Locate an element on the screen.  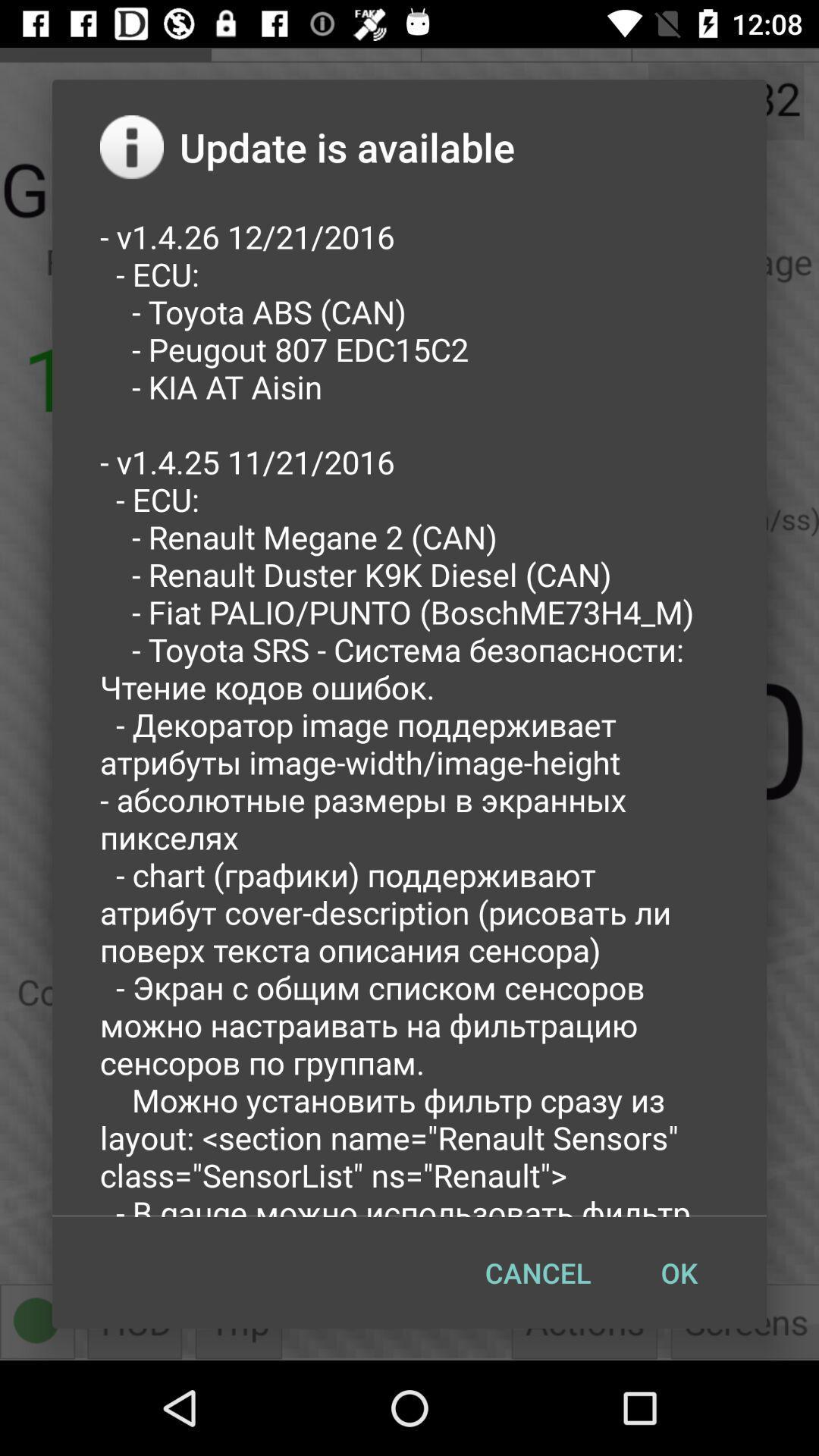
the item to the left of the ok item is located at coordinates (537, 1272).